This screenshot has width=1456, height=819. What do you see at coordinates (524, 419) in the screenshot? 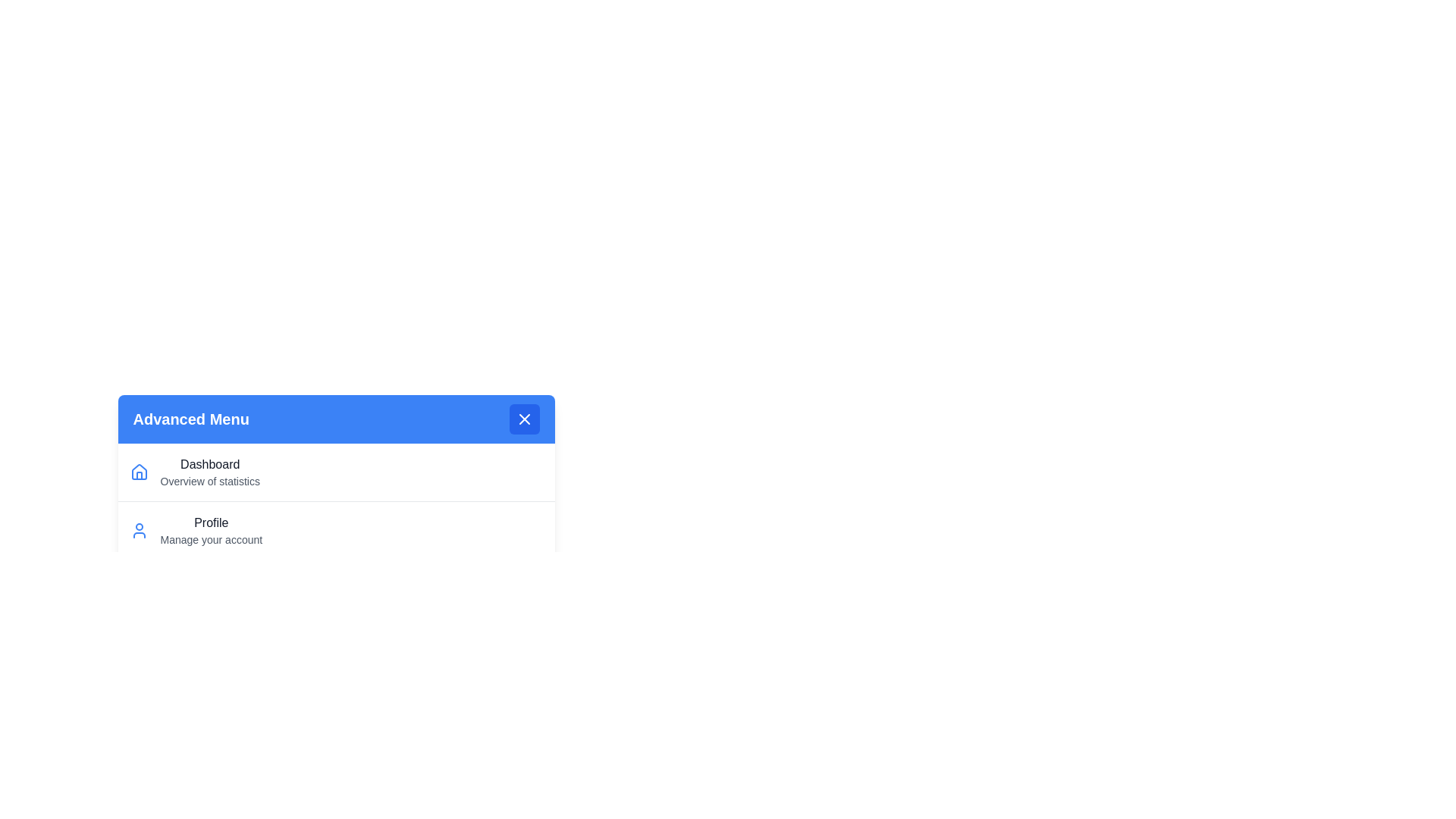
I see `'X' button in the header of the Advanced Menu to toggle its visibility` at bounding box center [524, 419].